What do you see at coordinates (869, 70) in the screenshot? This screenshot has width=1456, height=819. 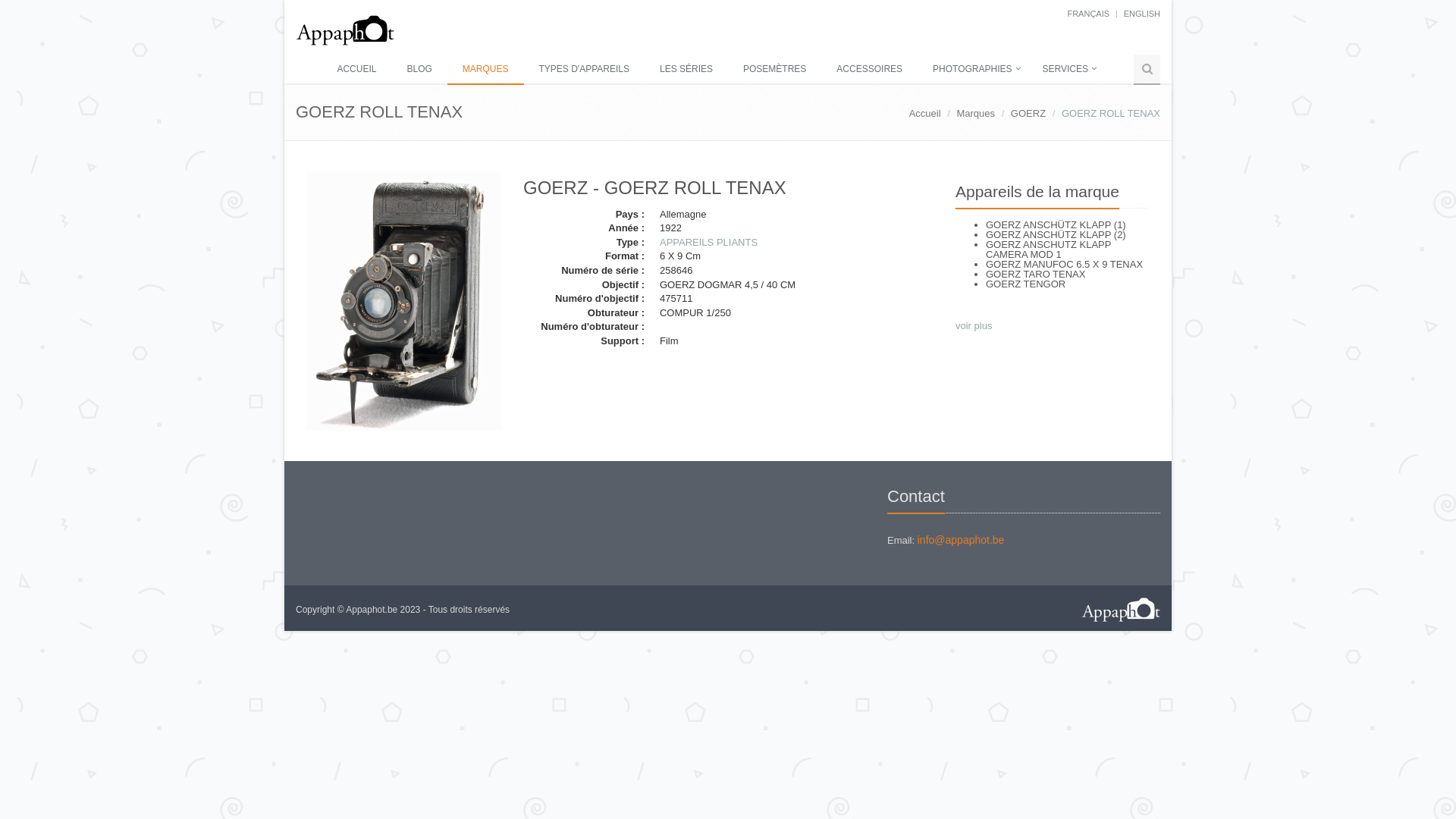 I see `'ACCESSOIRES'` at bounding box center [869, 70].